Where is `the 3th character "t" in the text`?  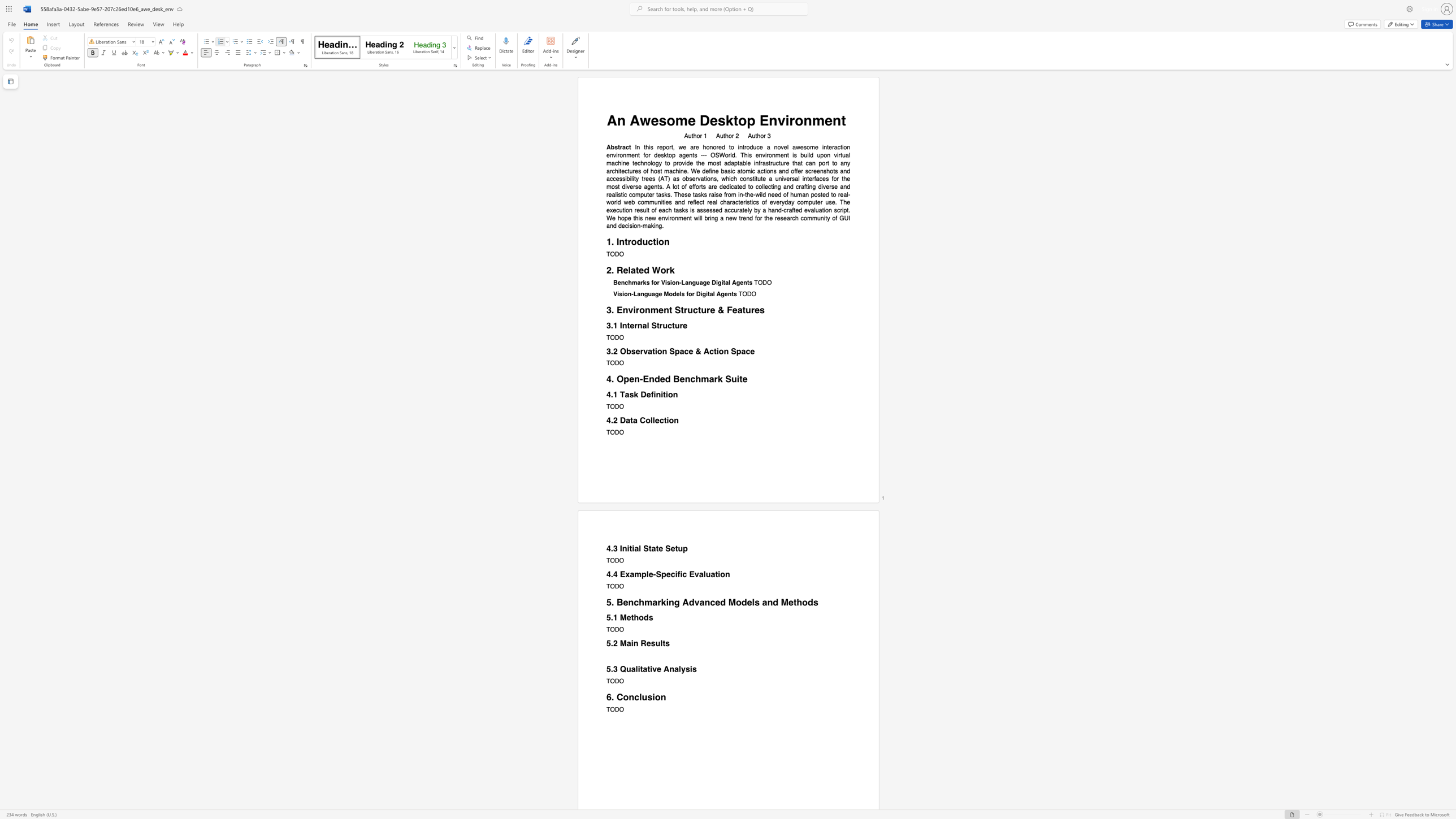 the 3th character "t" in the text is located at coordinates (656, 548).